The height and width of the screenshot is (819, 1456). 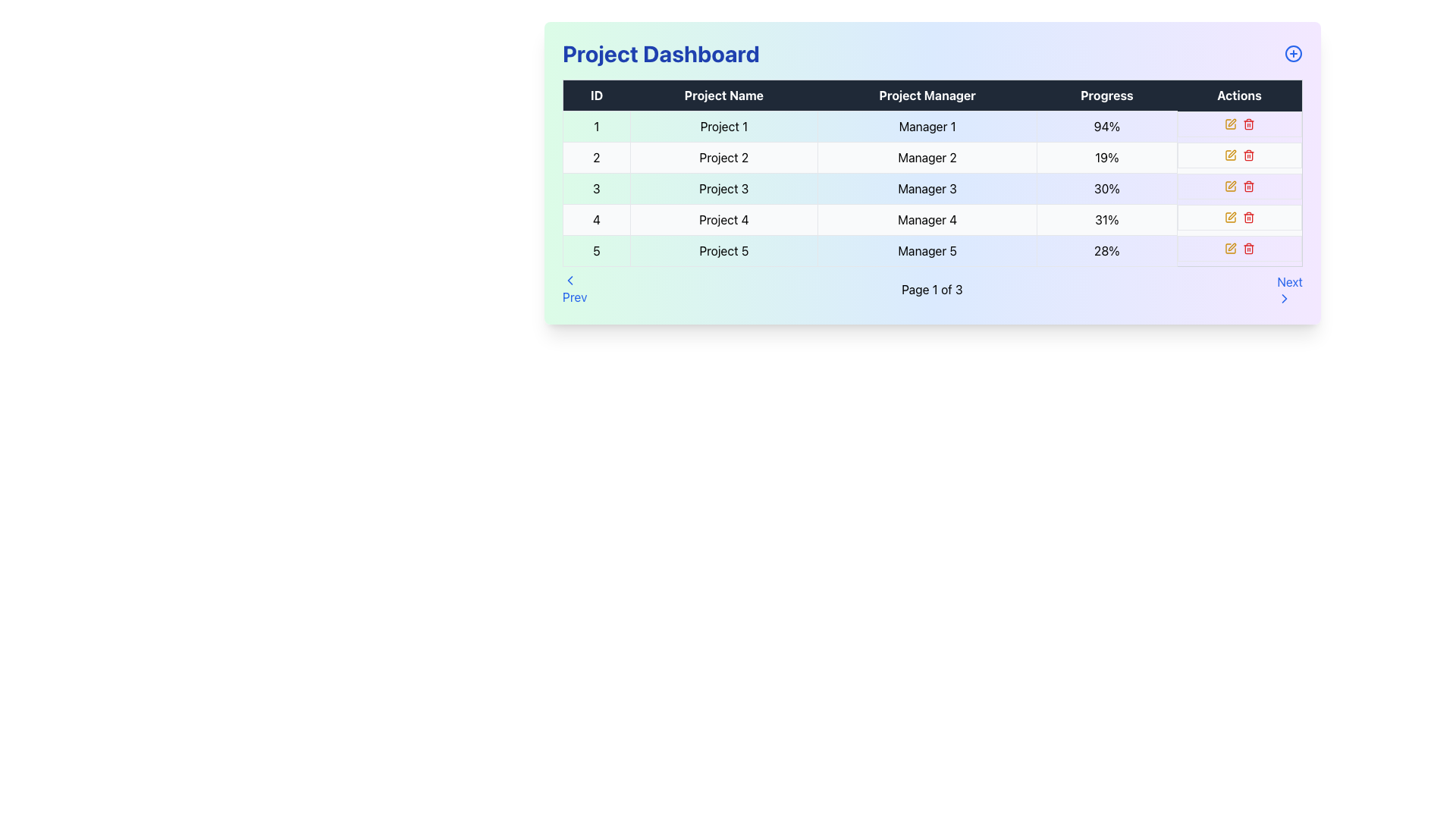 What do you see at coordinates (1248, 217) in the screenshot?
I see `the trash can icon in the last column of the fourth row under the 'Actions' header` at bounding box center [1248, 217].